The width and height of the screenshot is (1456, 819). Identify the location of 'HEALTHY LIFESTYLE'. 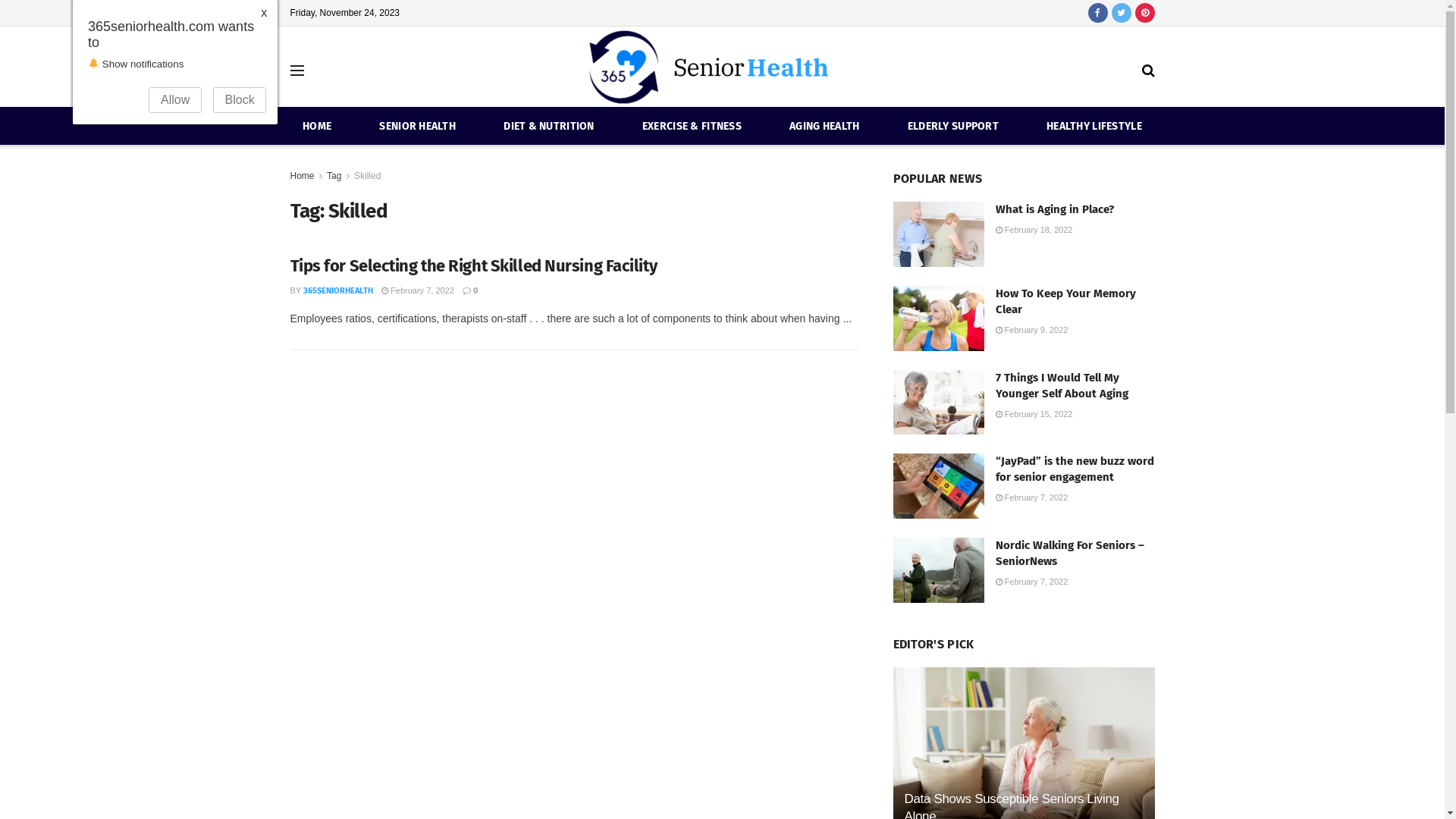
(1094, 125).